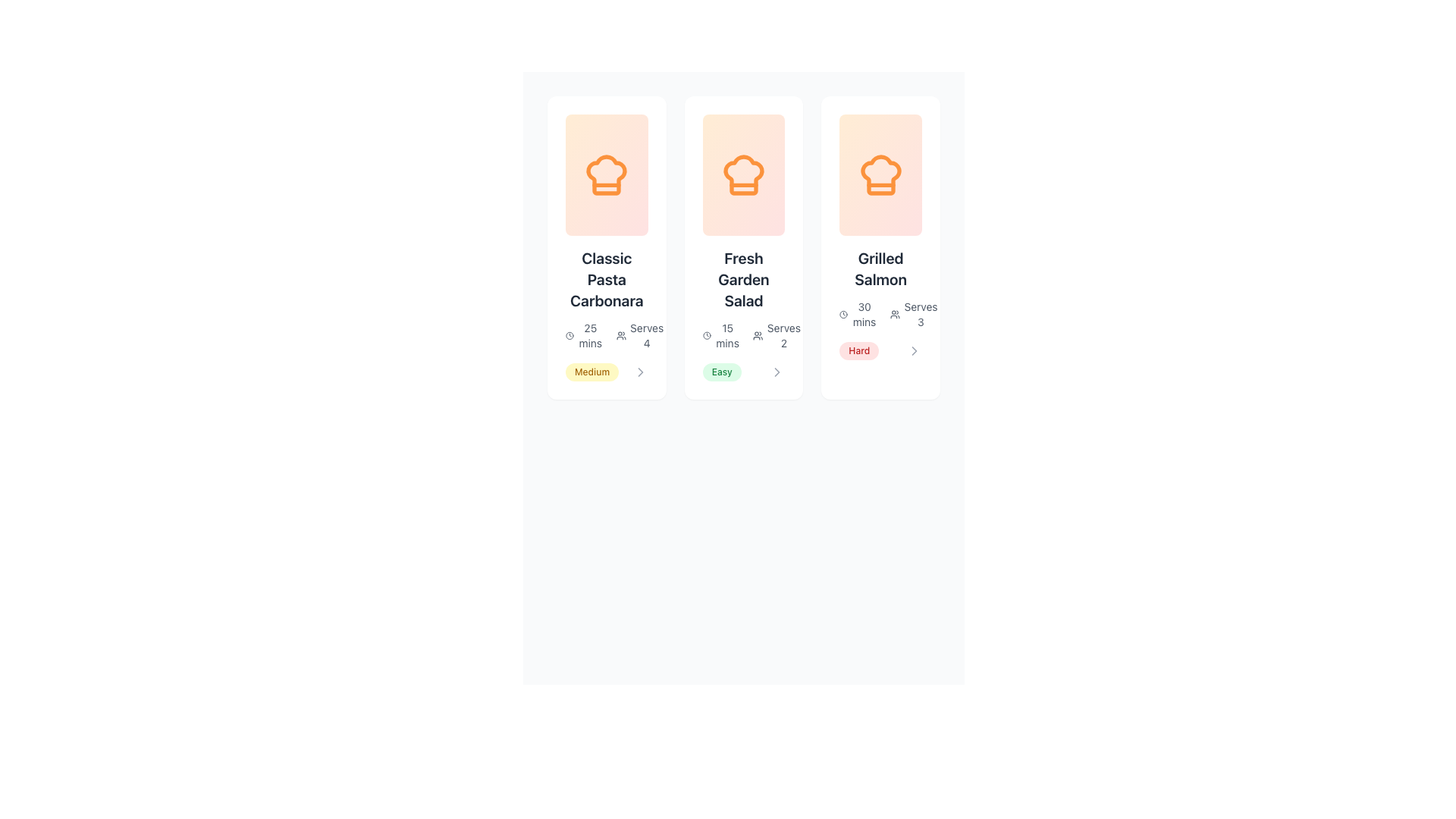  I want to click on the Chevron Right icon located at the bottom-right corner of the Grilled Salmon card, so click(913, 350).